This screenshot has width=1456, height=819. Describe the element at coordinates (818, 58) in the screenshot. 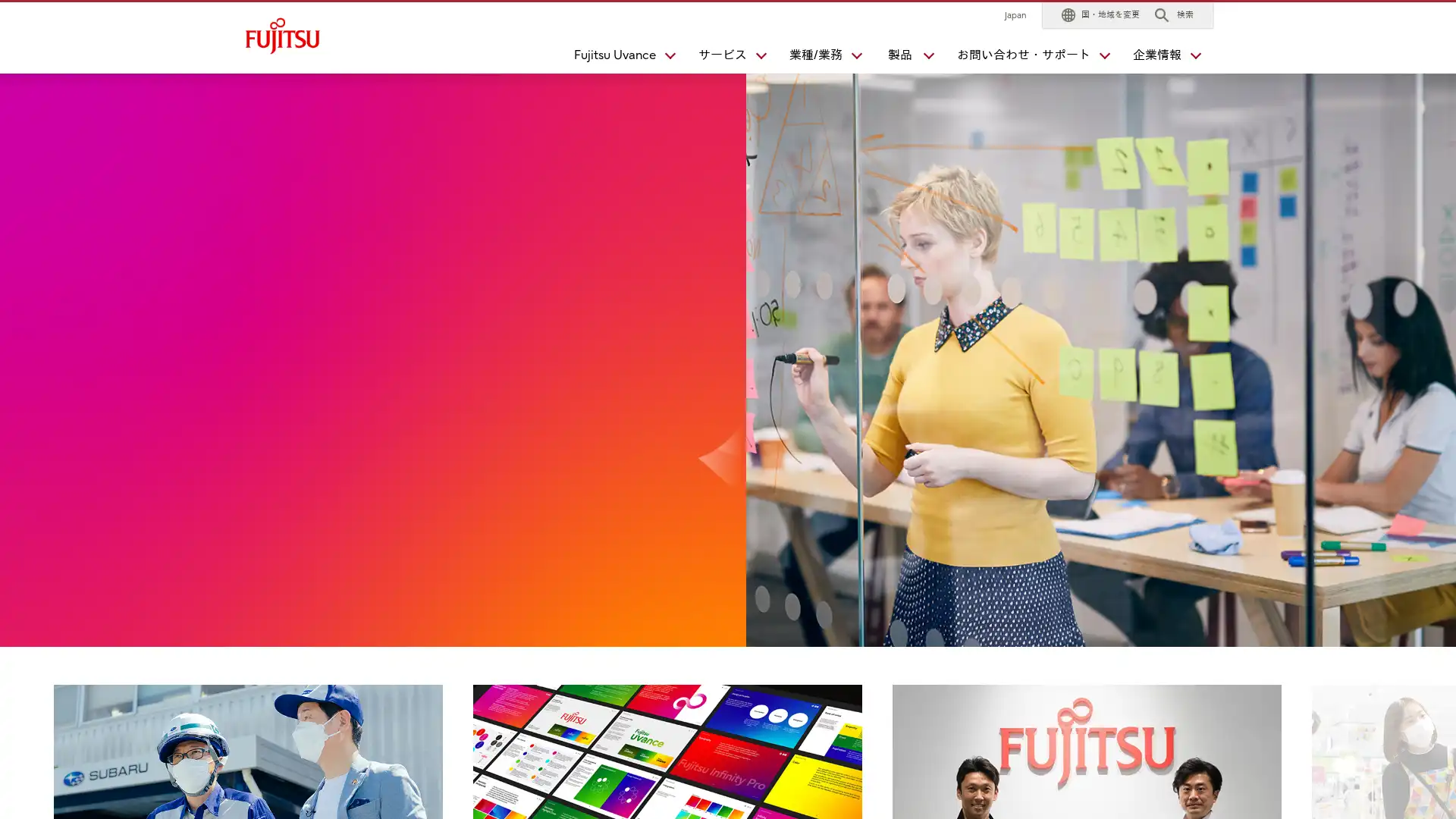

I see `/` at that location.